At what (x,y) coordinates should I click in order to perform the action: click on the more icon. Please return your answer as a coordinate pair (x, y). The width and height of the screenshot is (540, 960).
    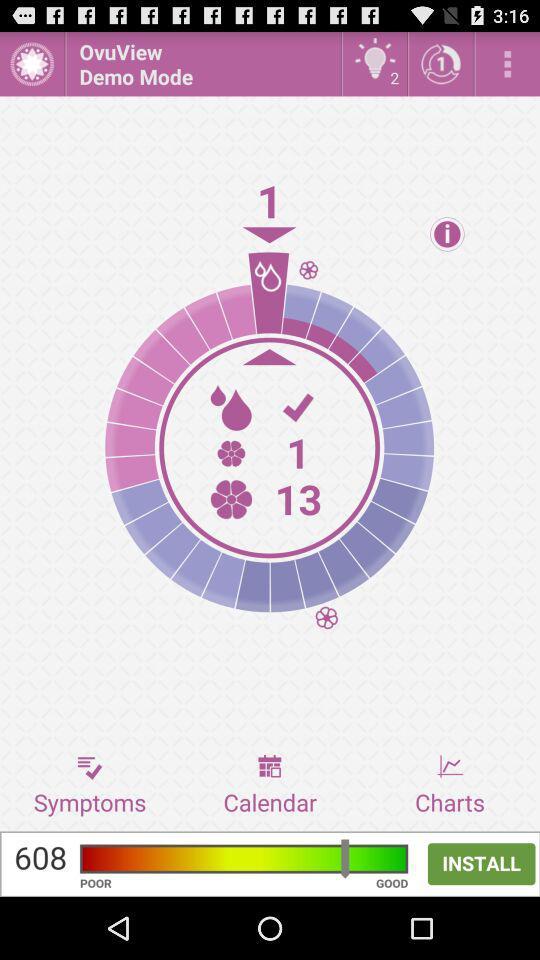
    Looking at the image, I should click on (507, 68).